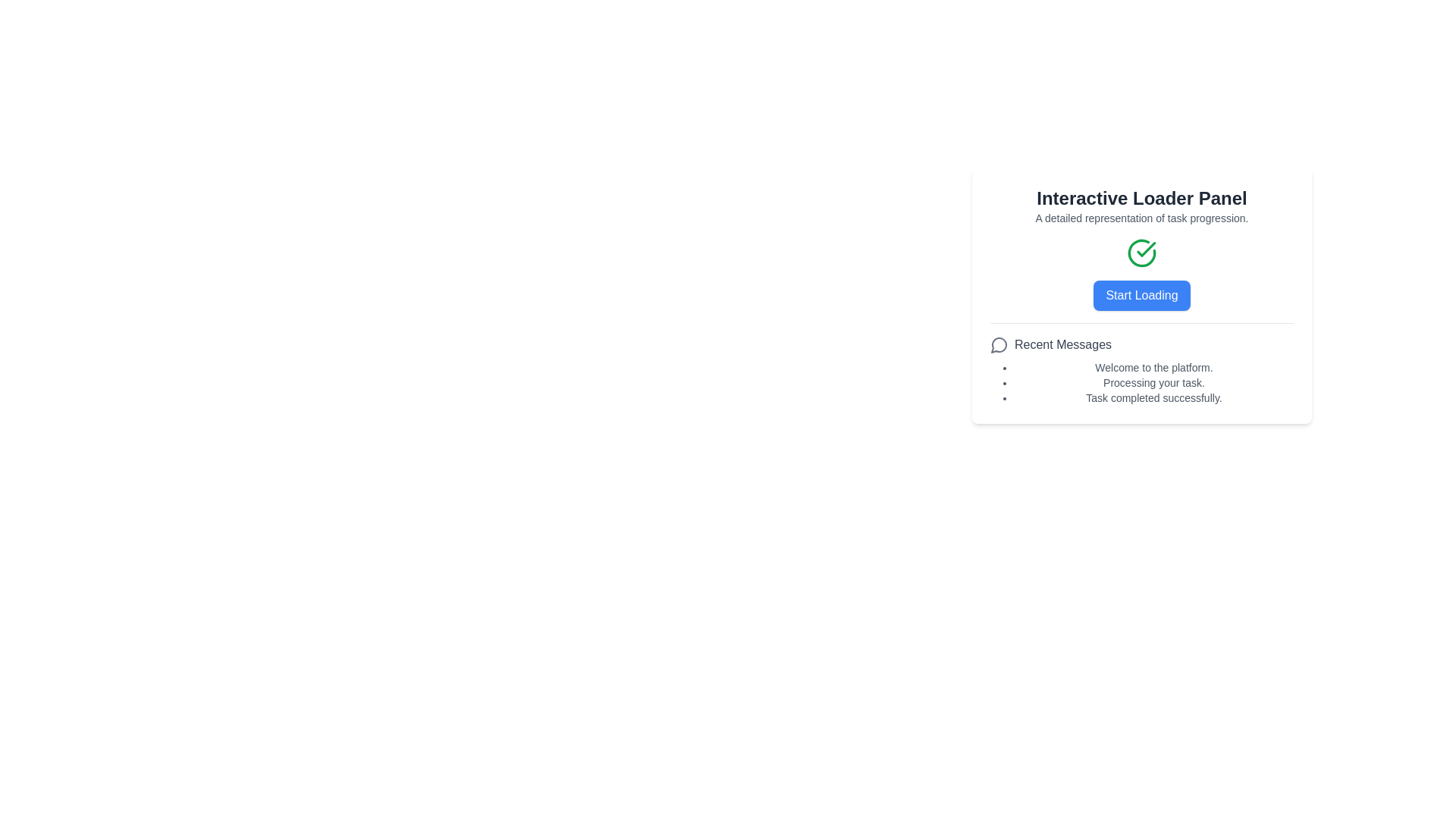 This screenshot has height=819, width=1456. What do you see at coordinates (999, 345) in the screenshot?
I see `the small gray circular speech bubble icon in the 'Recent Messages' section to trigger the tooltip or focus effect` at bounding box center [999, 345].